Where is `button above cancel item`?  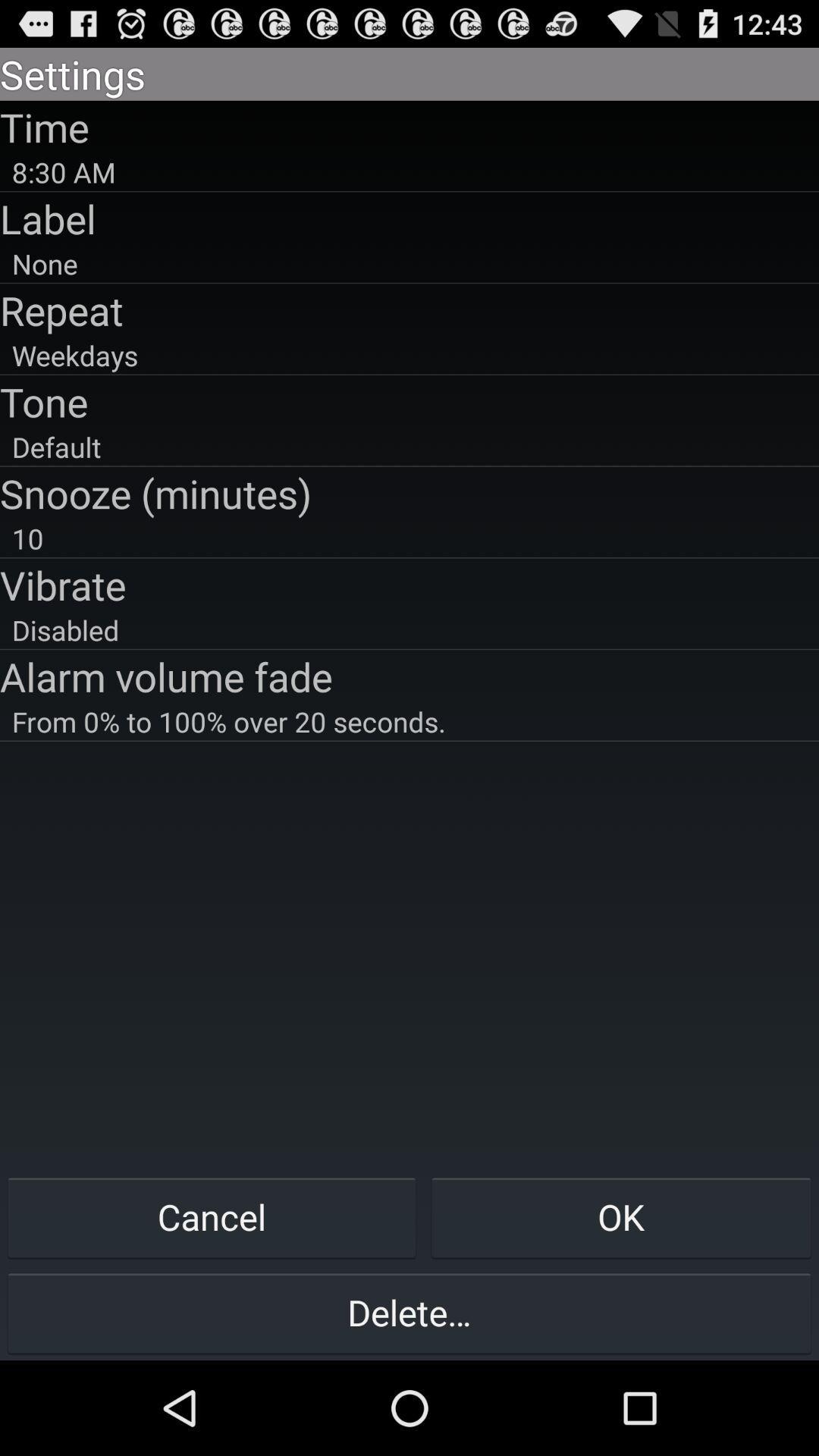 button above cancel item is located at coordinates (409, 720).